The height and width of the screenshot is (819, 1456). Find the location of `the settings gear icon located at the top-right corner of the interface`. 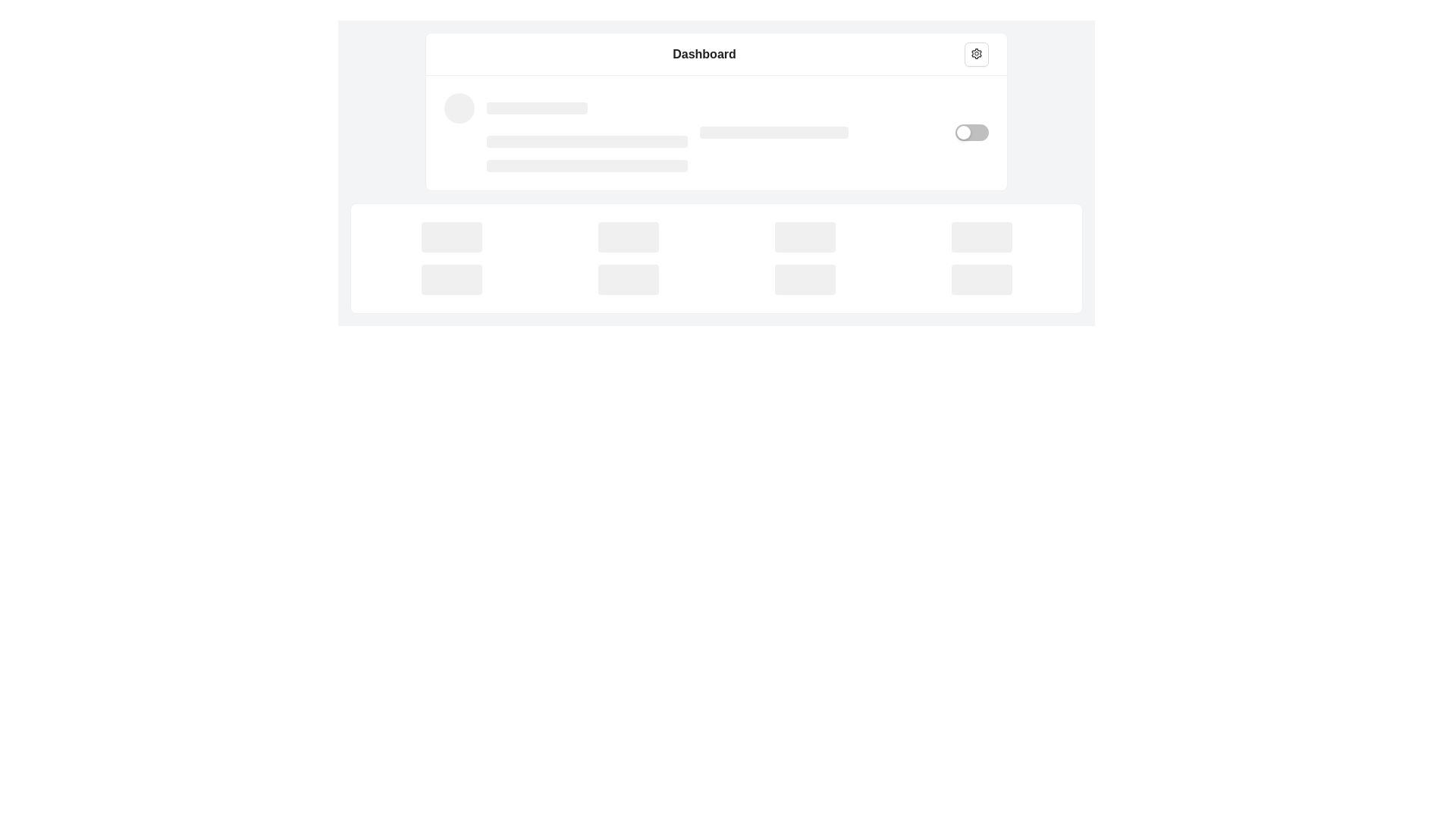

the settings gear icon located at the top-right corner of the interface is located at coordinates (976, 53).